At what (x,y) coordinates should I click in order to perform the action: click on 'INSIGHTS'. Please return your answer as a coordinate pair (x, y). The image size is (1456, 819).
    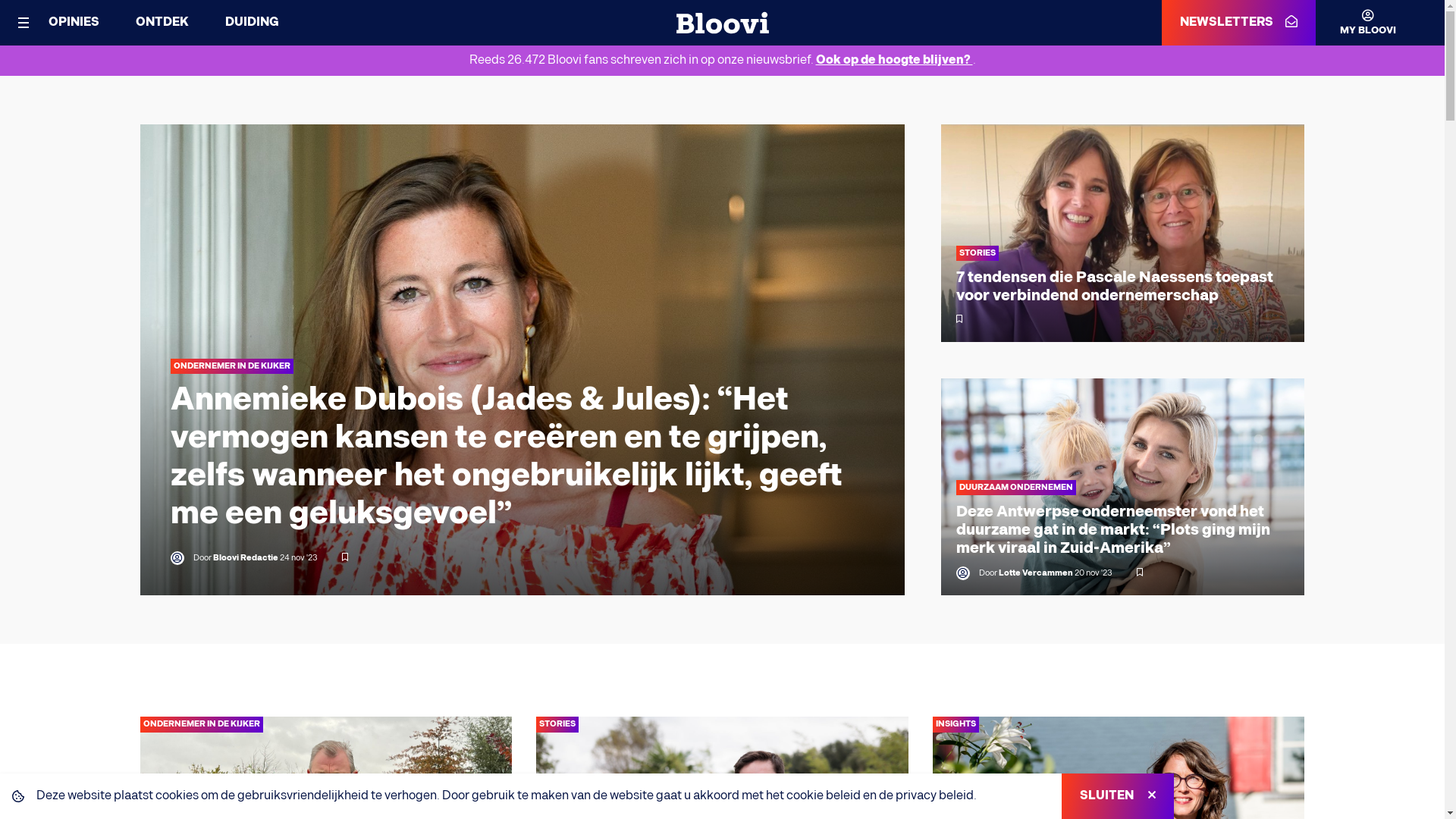
    Looking at the image, I should click on (955, 723).